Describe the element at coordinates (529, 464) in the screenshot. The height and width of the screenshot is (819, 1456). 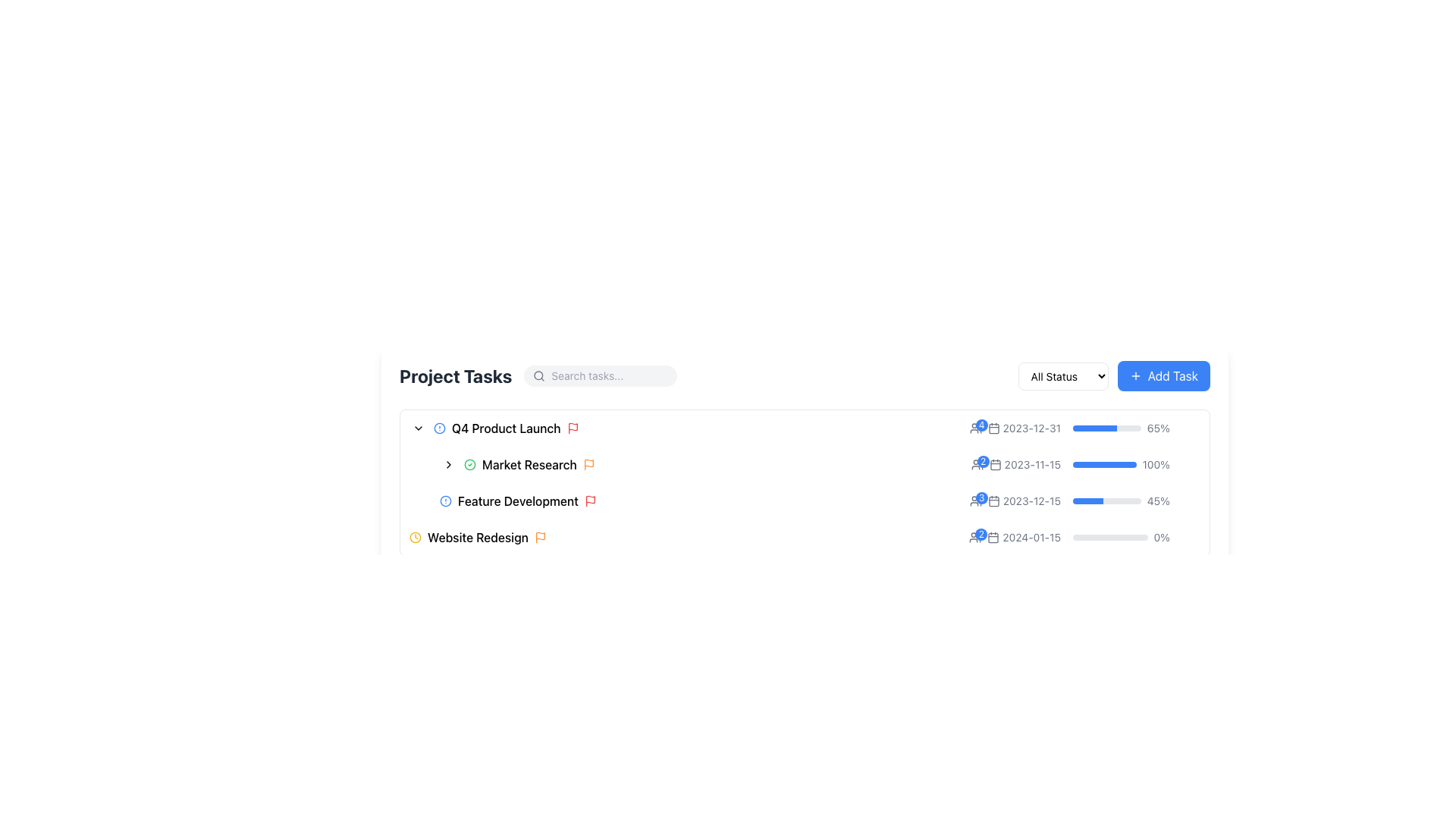
I see `the 'Market Research' task label within the 'Q4 Product Launch' project in the project management interface` at that location.